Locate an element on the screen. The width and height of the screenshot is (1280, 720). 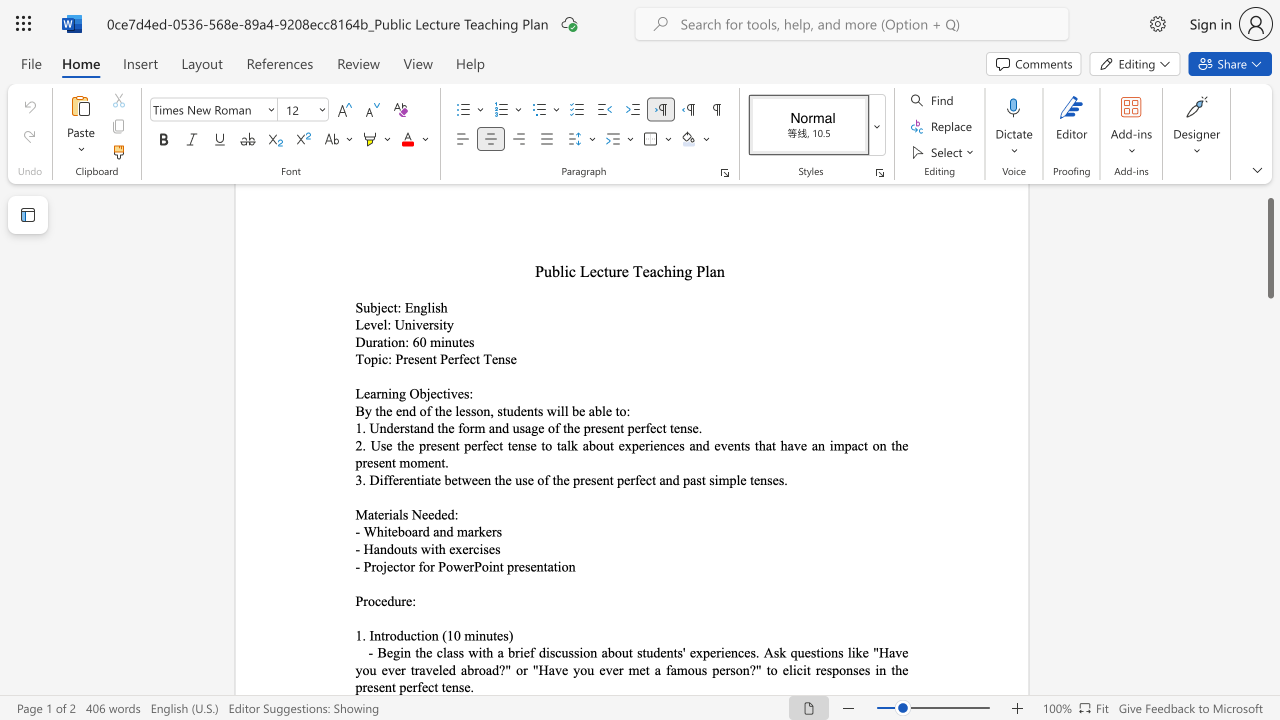
the subset text "Begin the c" within the text "- Begin the class with a brief discussion about students" is located at coordinates (377, 652).